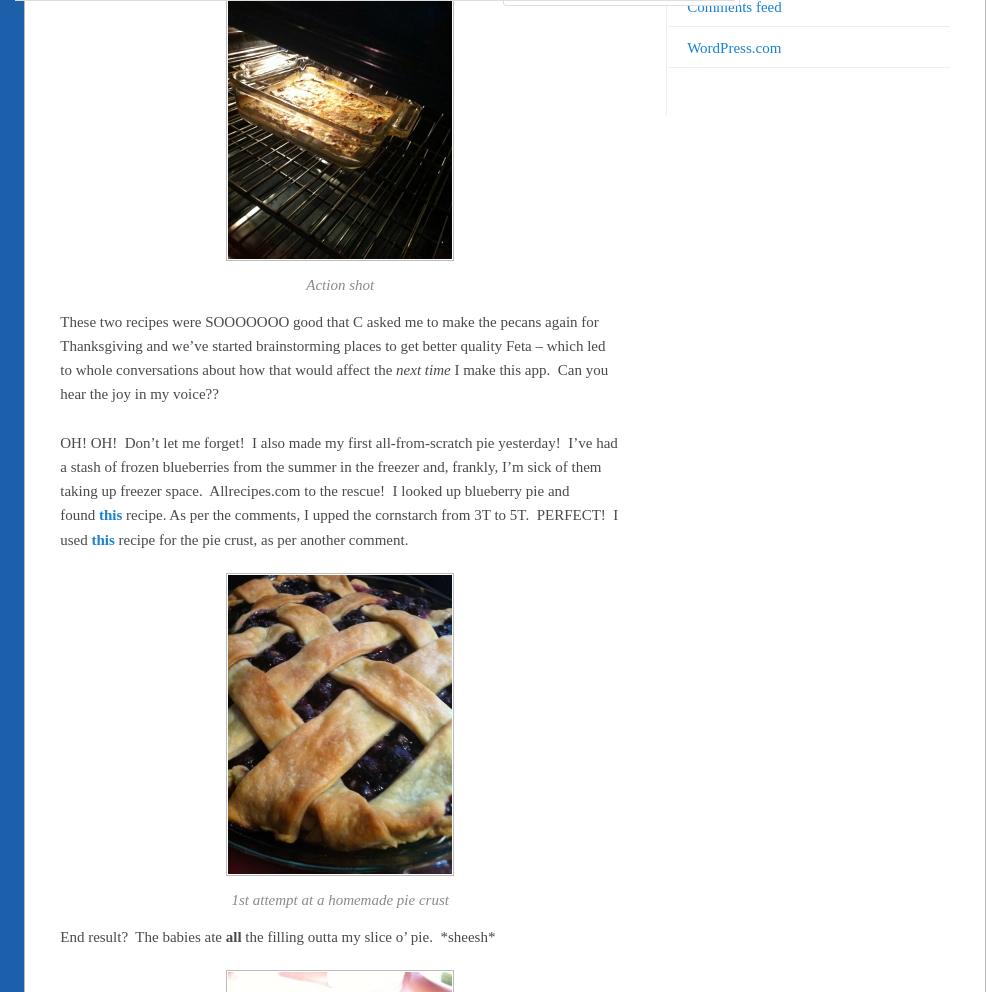 The height and width of the screenshot is (992, 986). I want to click on 'next time', so click(394, 369).